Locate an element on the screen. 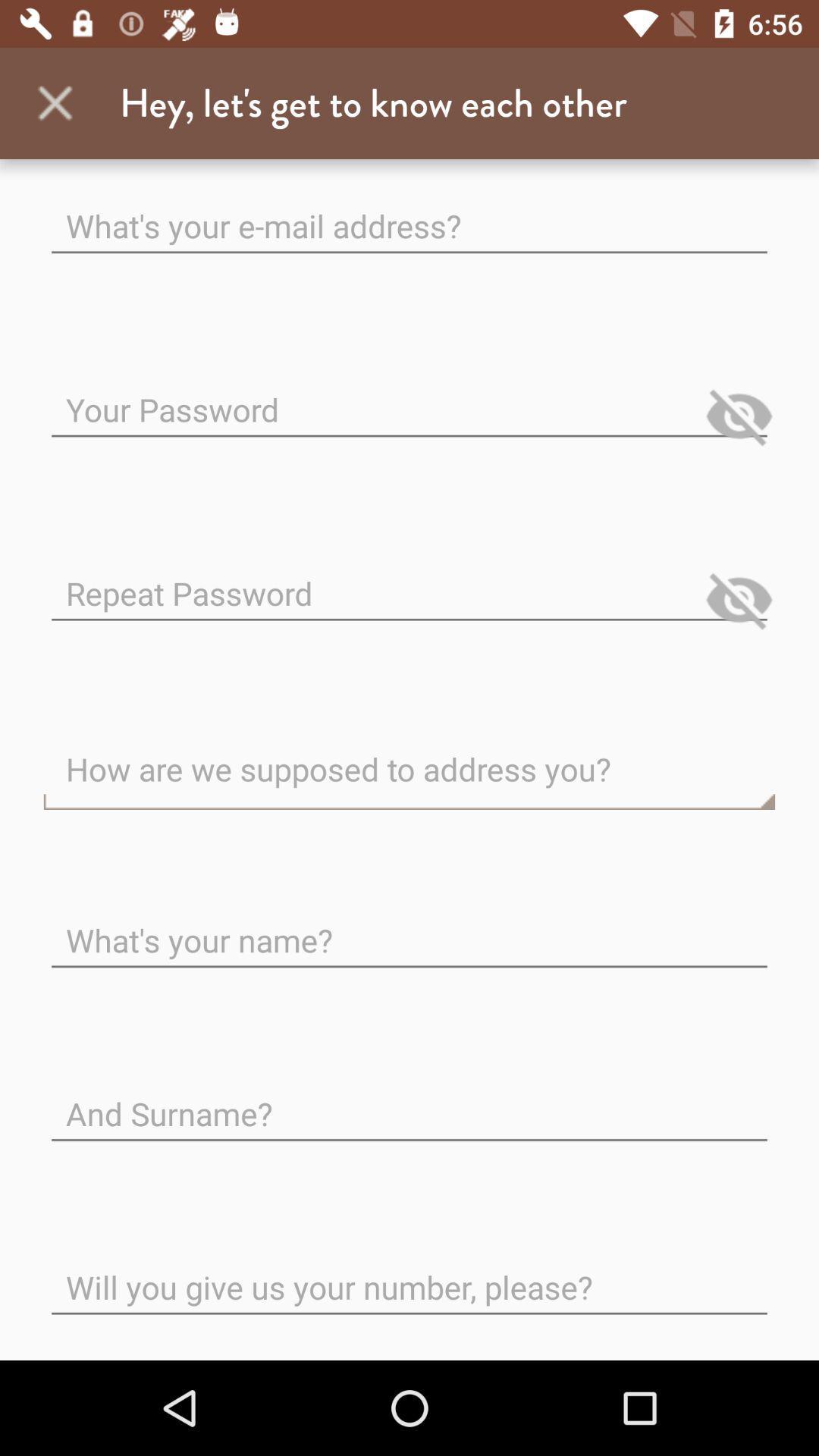 The image size is (819, 1456). show input is located at coordinates (739, 599).